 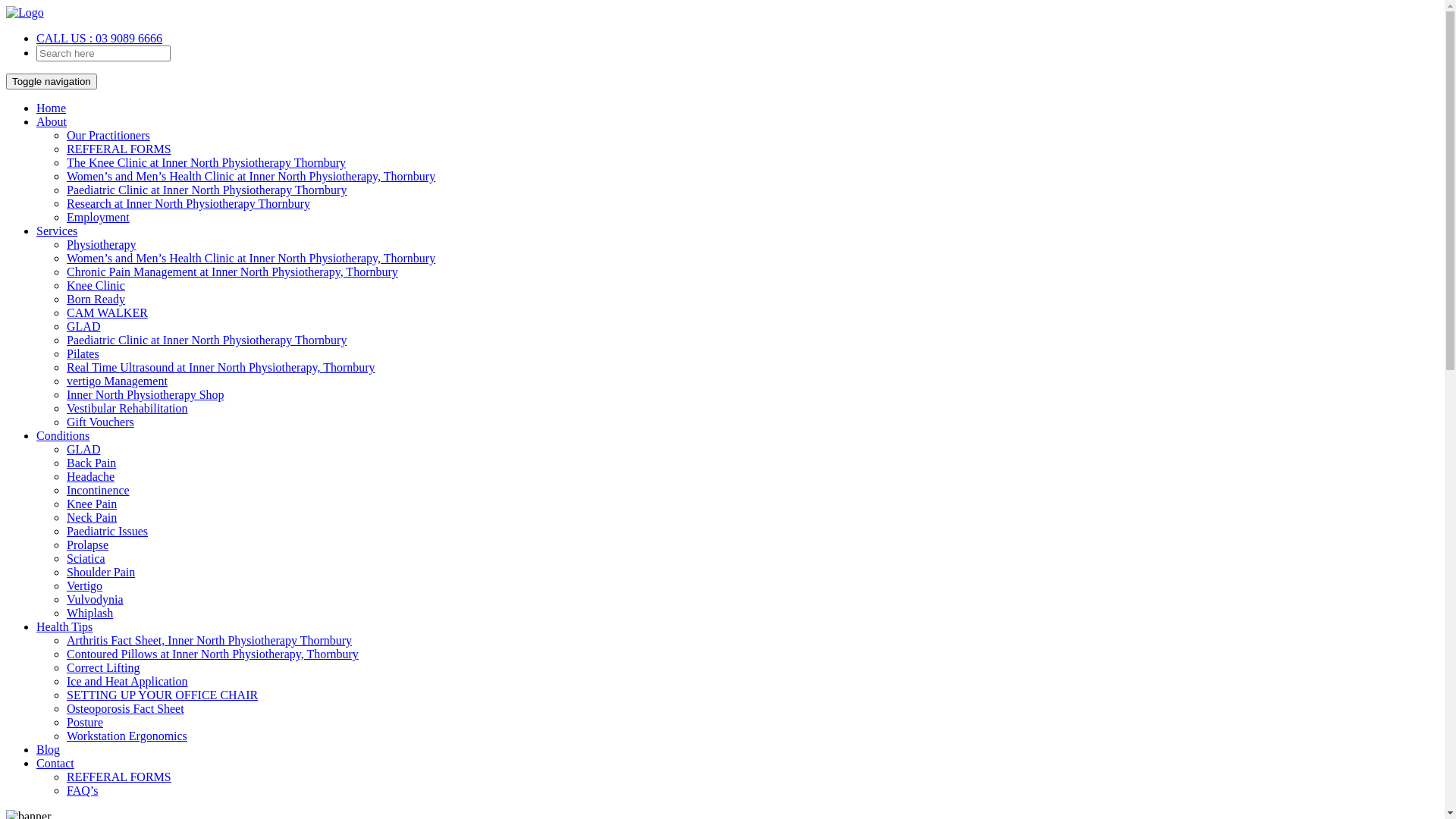 I want to click on 'Back Pain', so click(x=65, y=462).